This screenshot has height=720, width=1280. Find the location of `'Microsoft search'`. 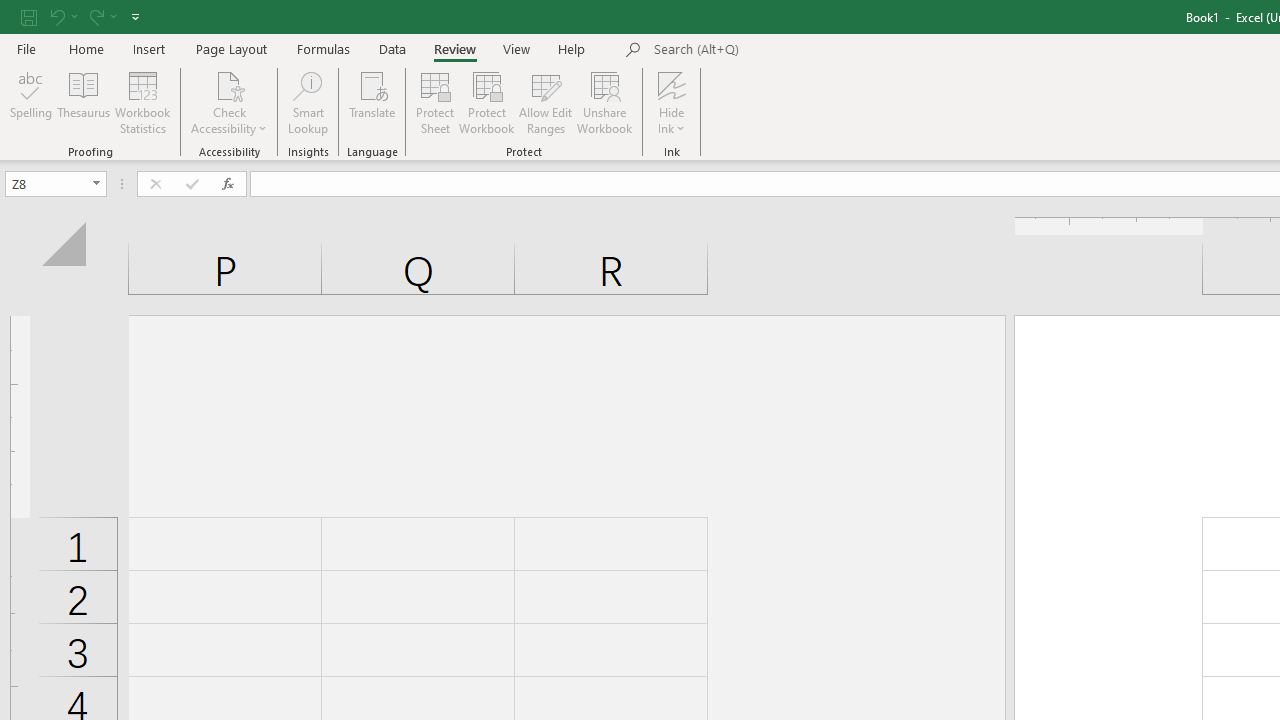

'Microsoft search' is located at coordinates (791, 49).